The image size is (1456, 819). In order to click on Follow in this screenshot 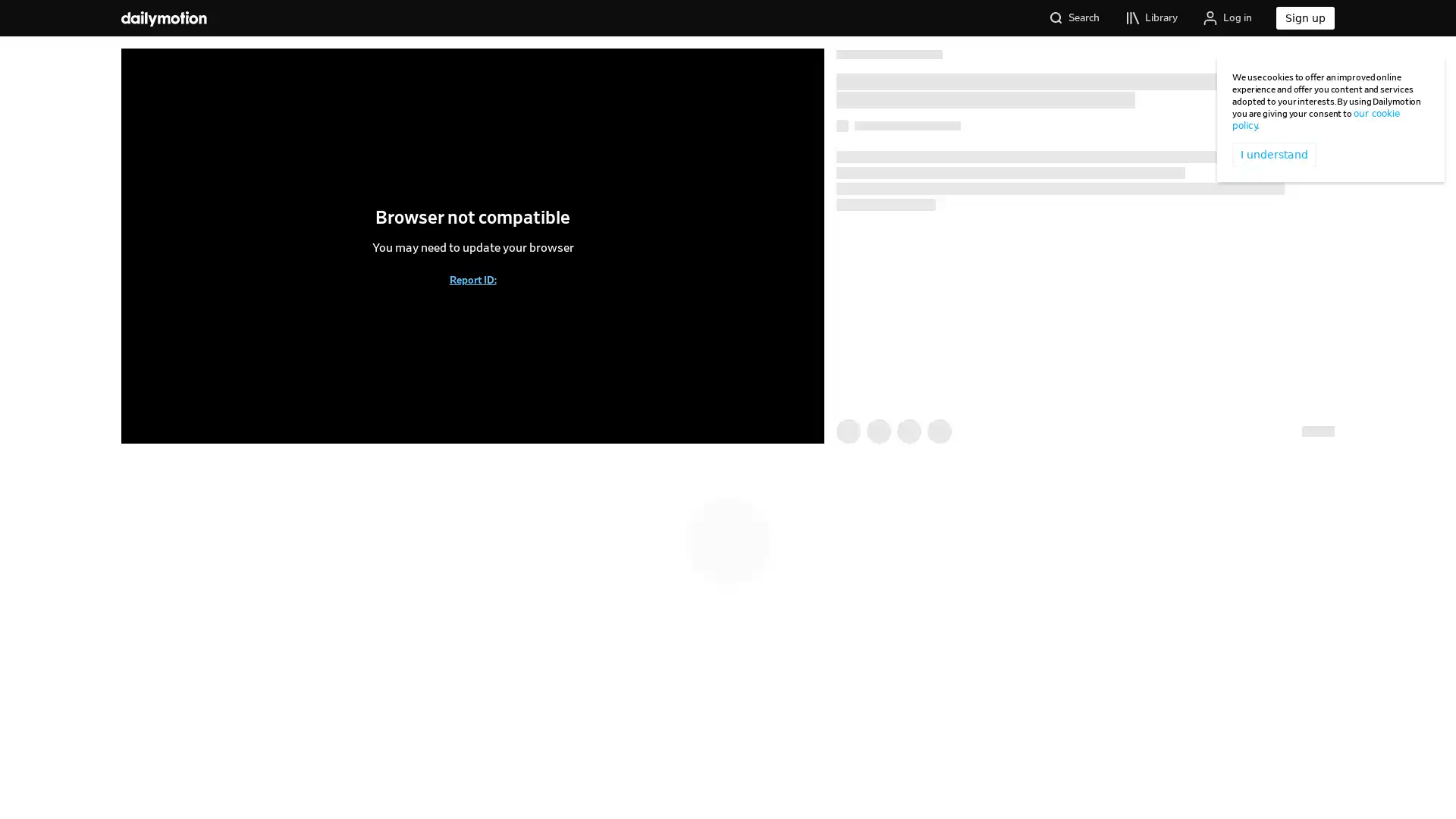, I will do `click(1013, 96)`.